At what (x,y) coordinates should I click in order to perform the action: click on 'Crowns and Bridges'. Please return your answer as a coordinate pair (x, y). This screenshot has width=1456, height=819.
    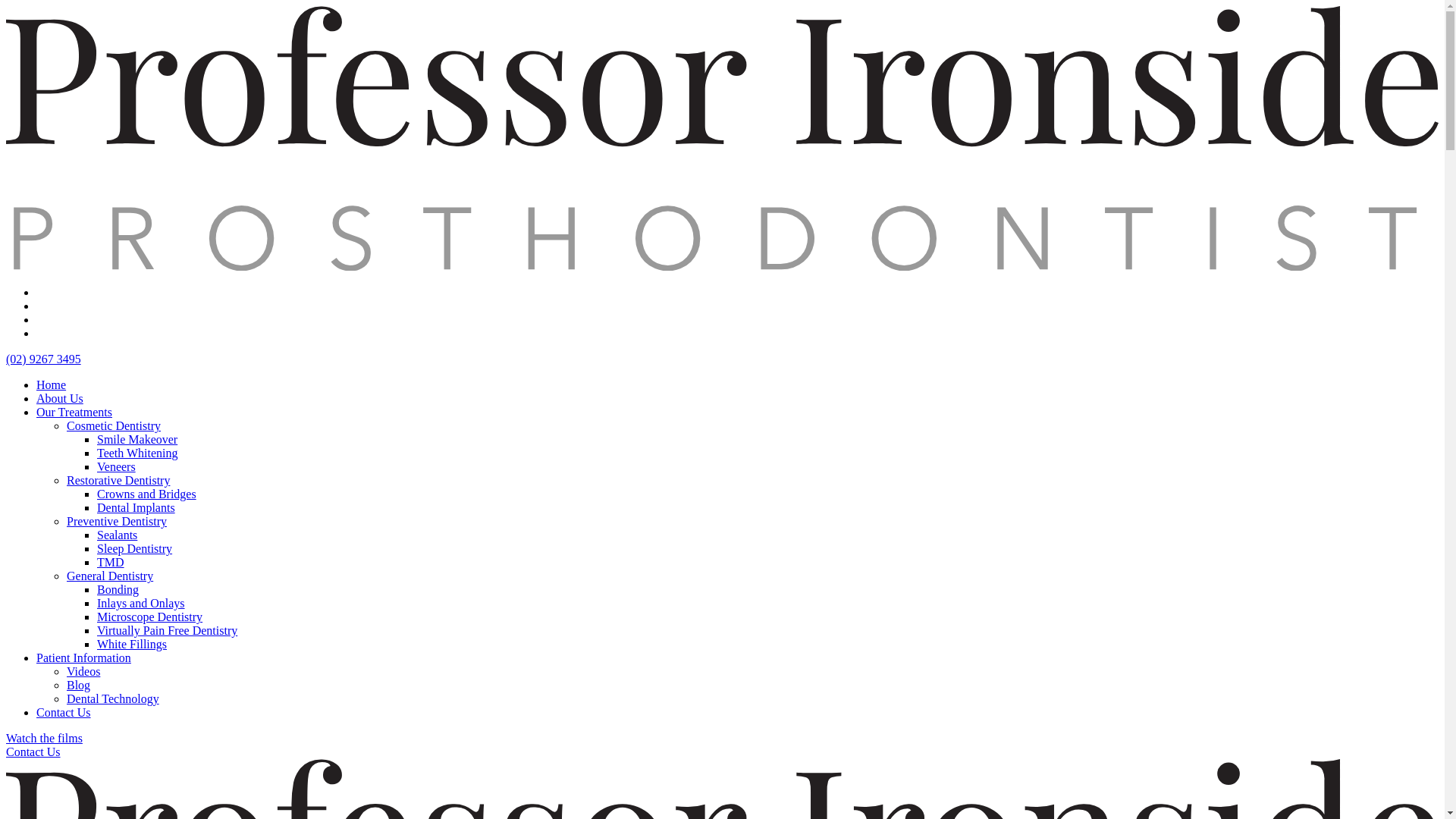
    Looking at the image, I should click on (146, 494).